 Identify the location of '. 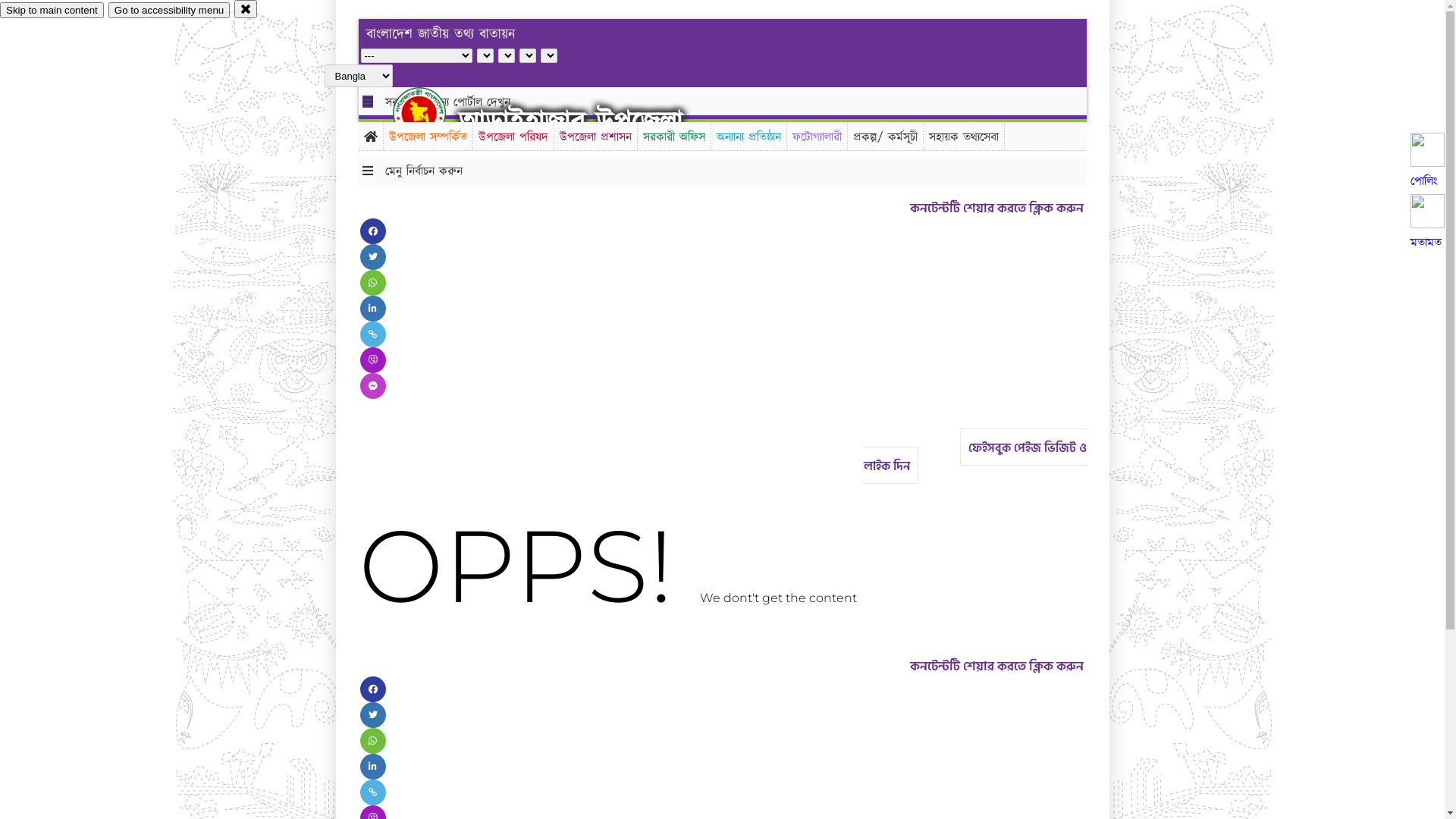
(431, 112).